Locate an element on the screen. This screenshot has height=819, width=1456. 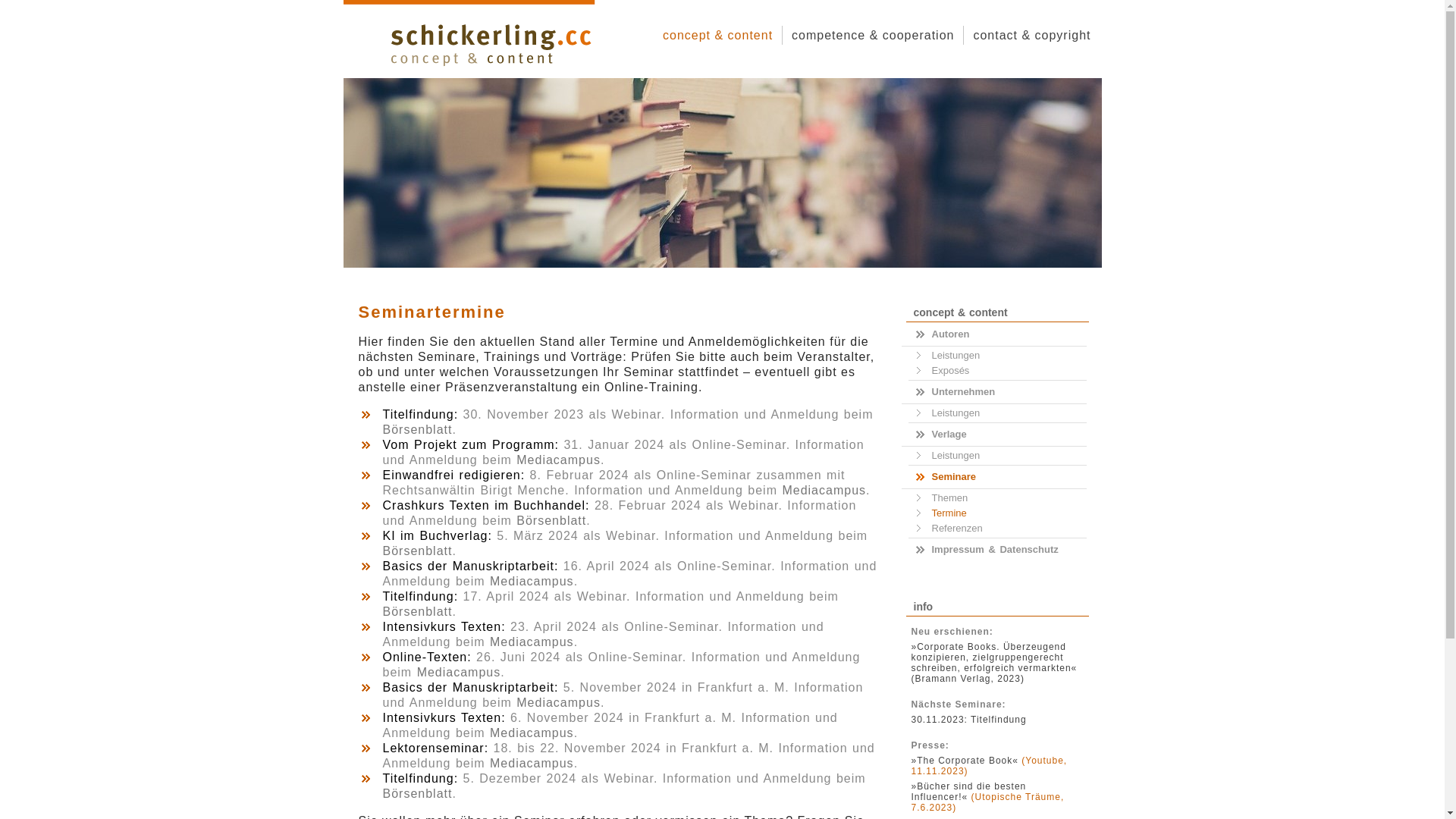
'Themen' is located at coordinates (993, 497).